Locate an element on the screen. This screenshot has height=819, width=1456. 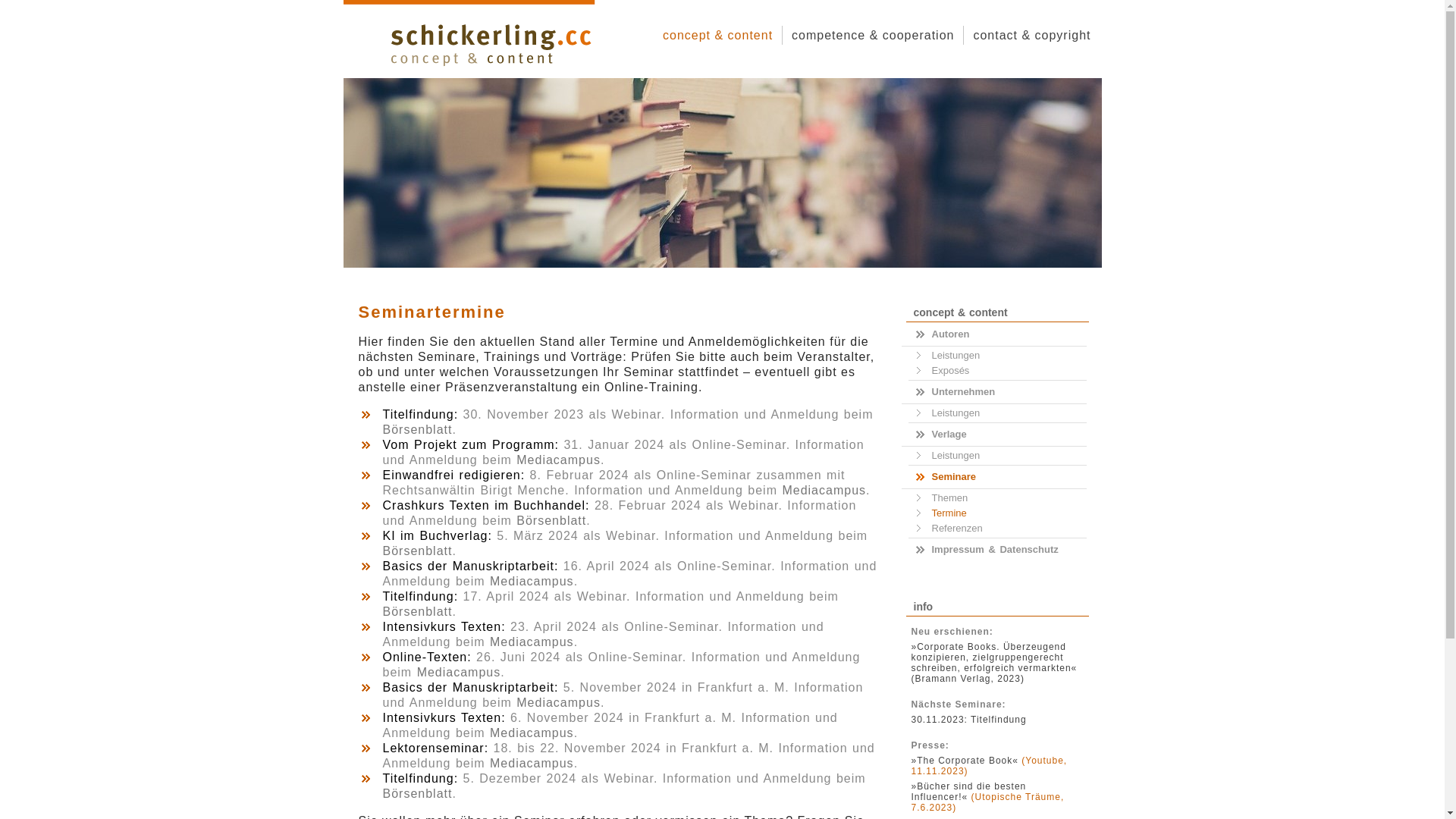
'Themen' is located at coordinates (993, 497).